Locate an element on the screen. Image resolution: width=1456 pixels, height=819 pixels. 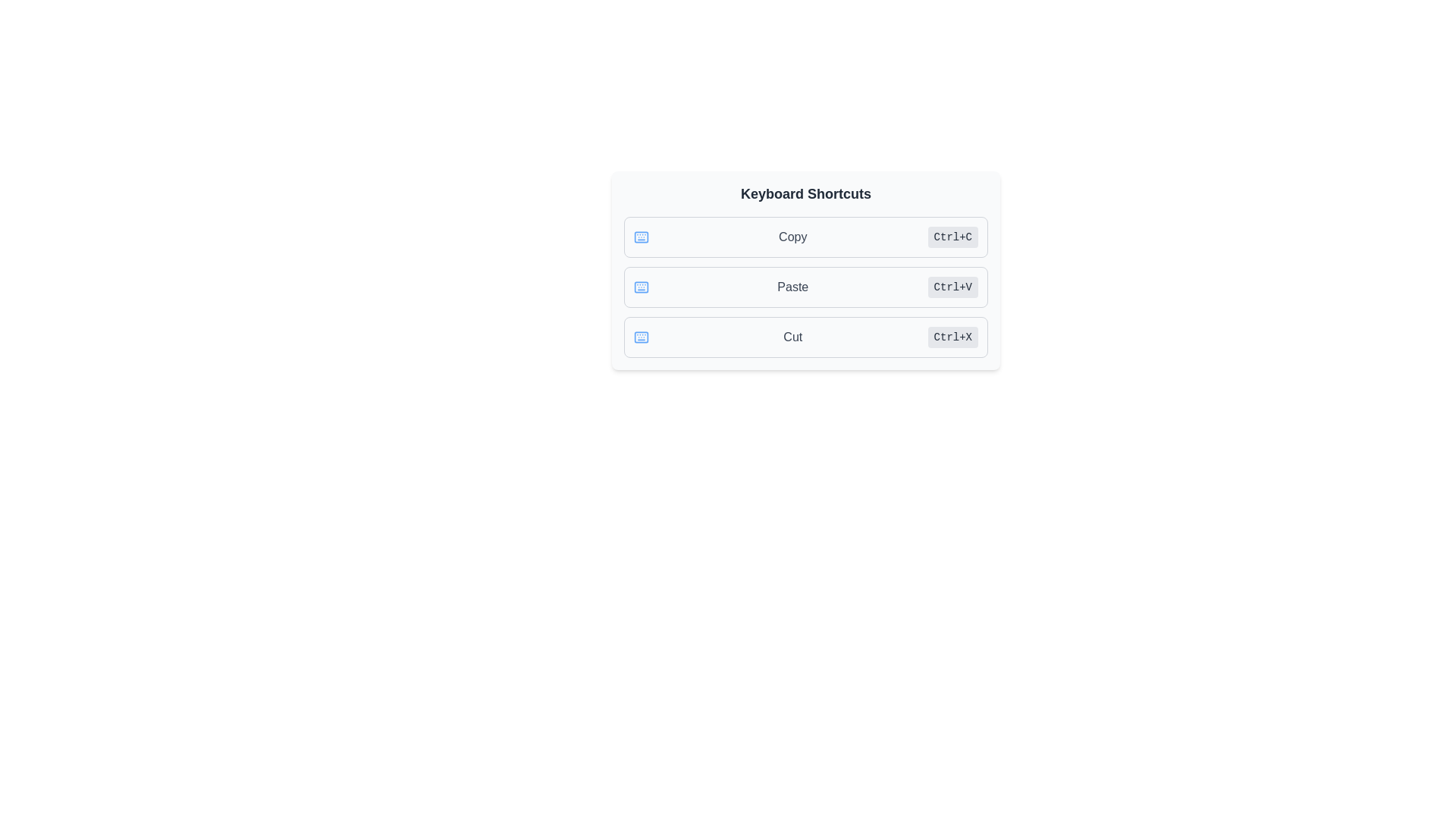
the Text label displaying the keyboard shortcut for the 'Copy' action, located next to the 'Copy' label in the top row of a vertical list is located at coordinates (952, 237).